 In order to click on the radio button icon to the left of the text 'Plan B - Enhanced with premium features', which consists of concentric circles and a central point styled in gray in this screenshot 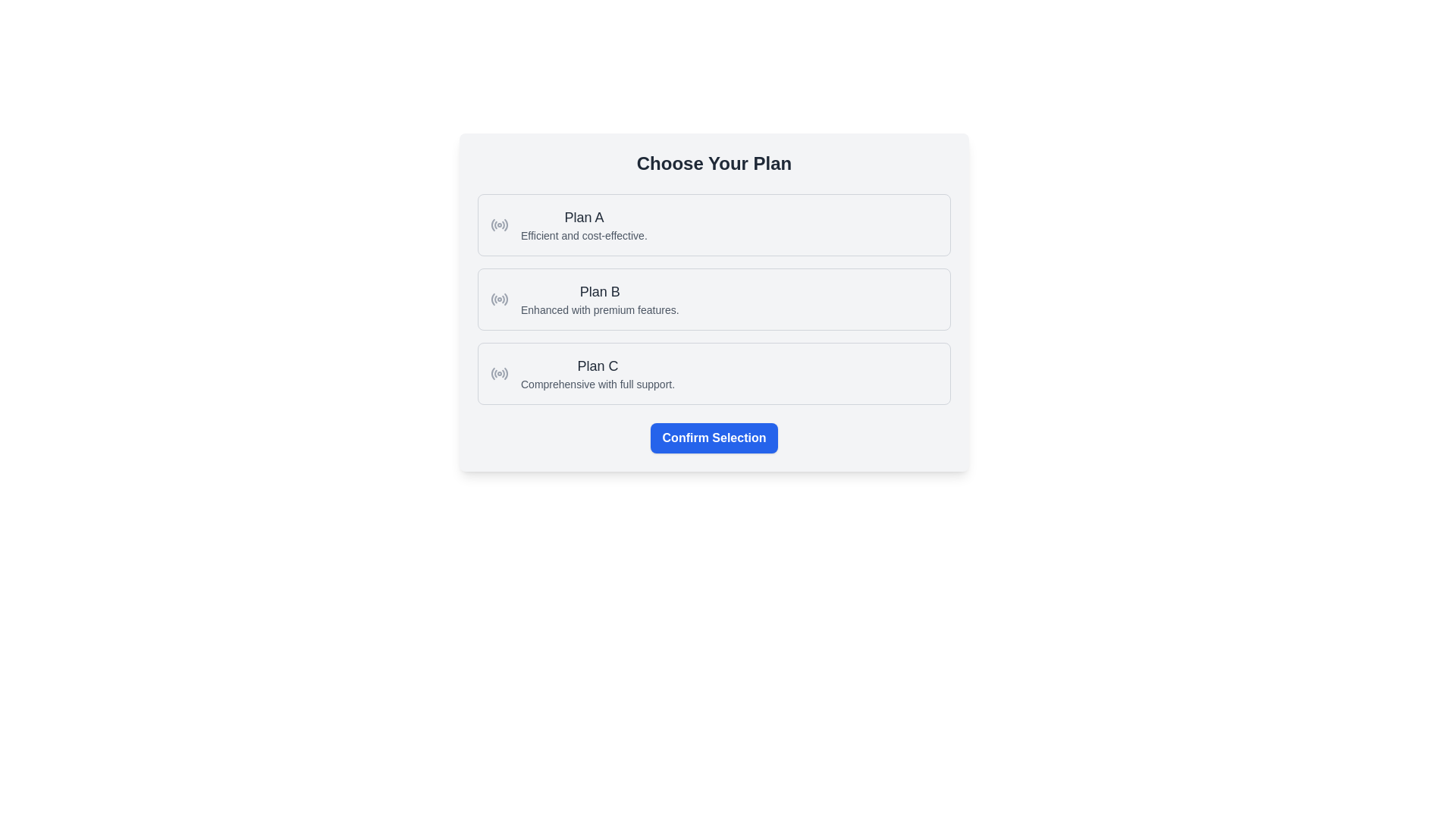, I will do `click(499, 299)`.